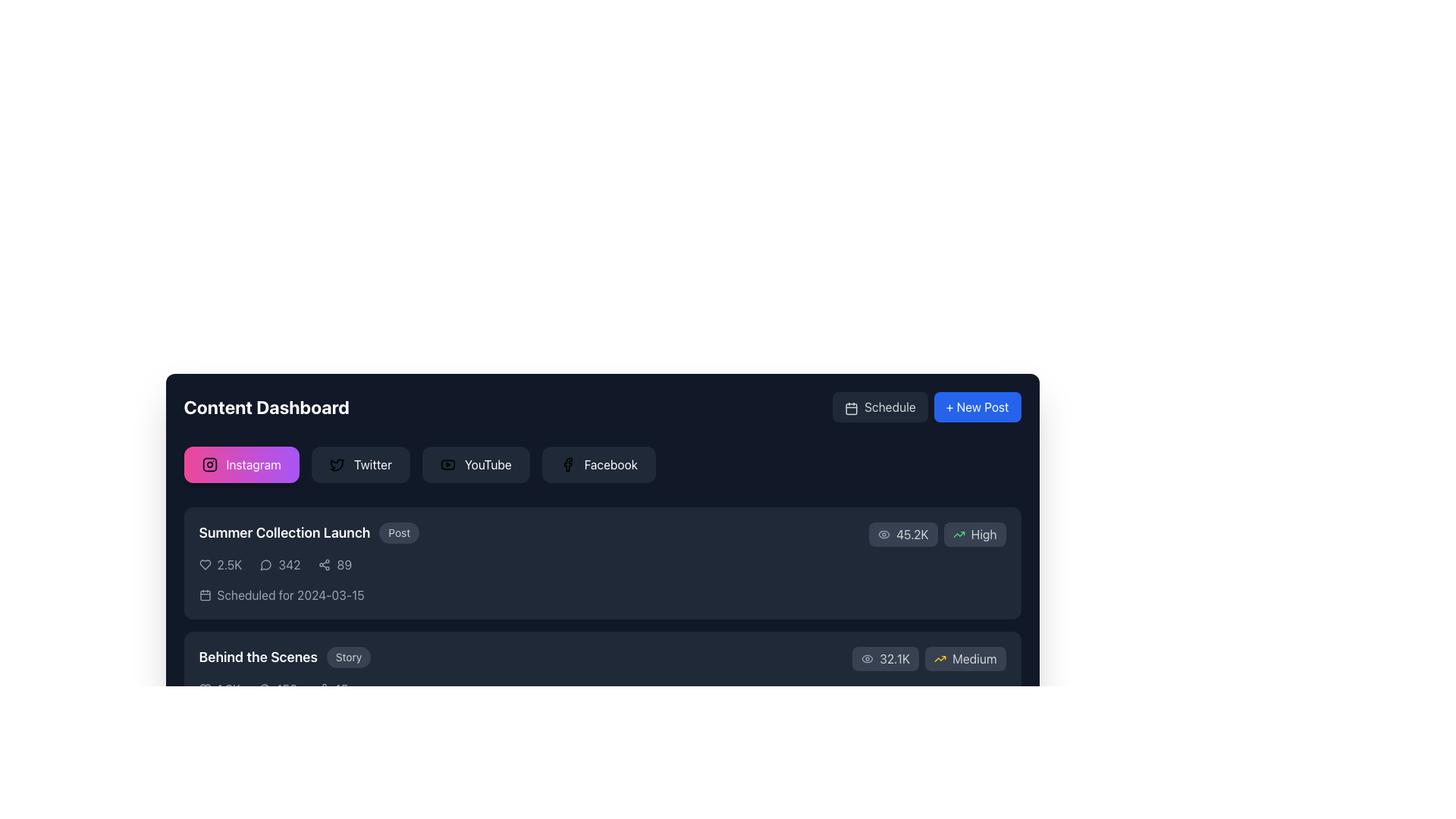 The height and width of the screenshot is (819, 1456). What do you see at coordinates (331, 689) in the screenshot?
I see `the third numeric group Text label with graphical indicator that displays the count of shares in the 'Behind the Scenes' section` at bounding box center [331, 689].